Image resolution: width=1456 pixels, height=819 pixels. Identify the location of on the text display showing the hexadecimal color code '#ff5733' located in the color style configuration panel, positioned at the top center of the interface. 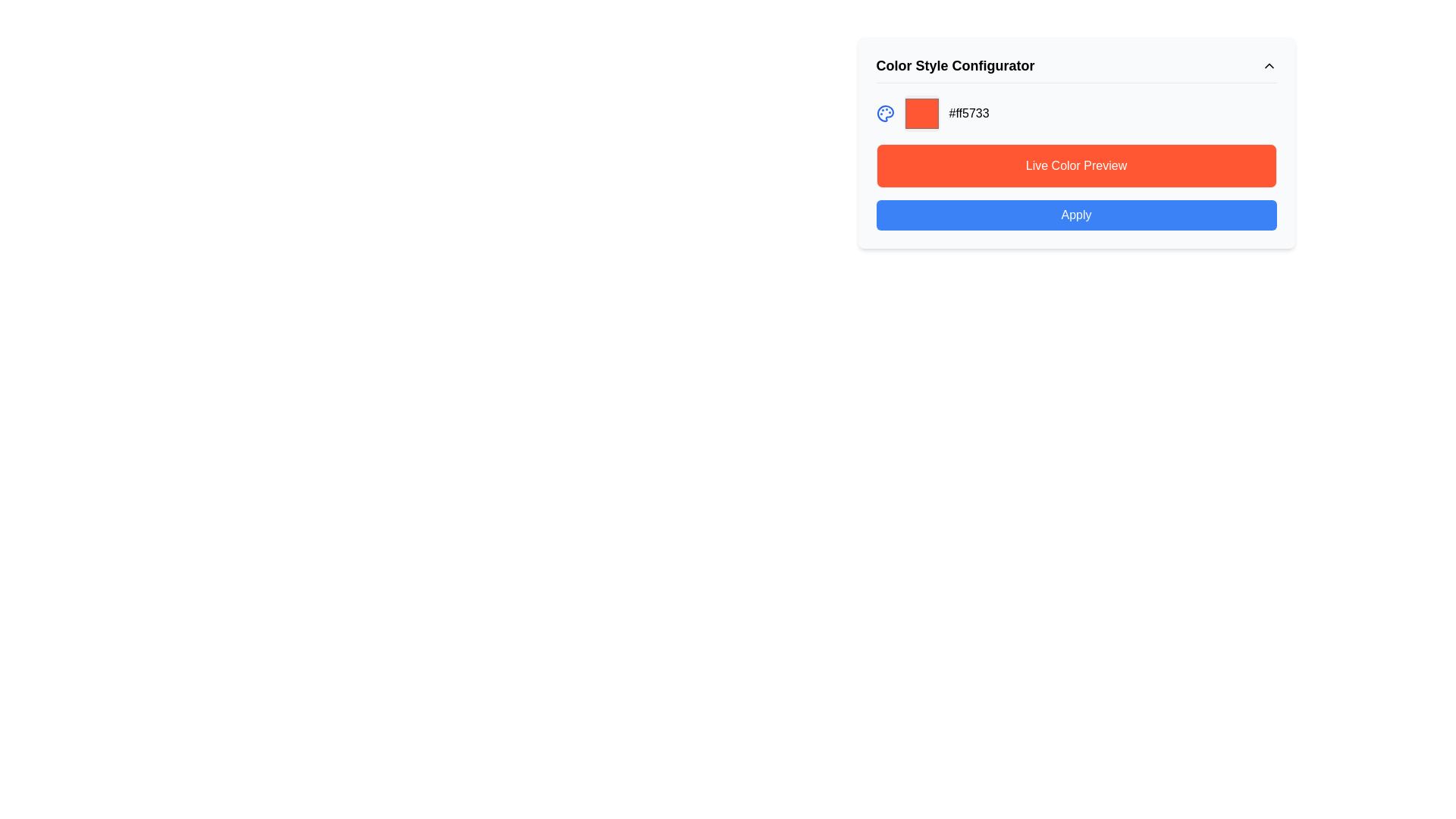
(968, 113).